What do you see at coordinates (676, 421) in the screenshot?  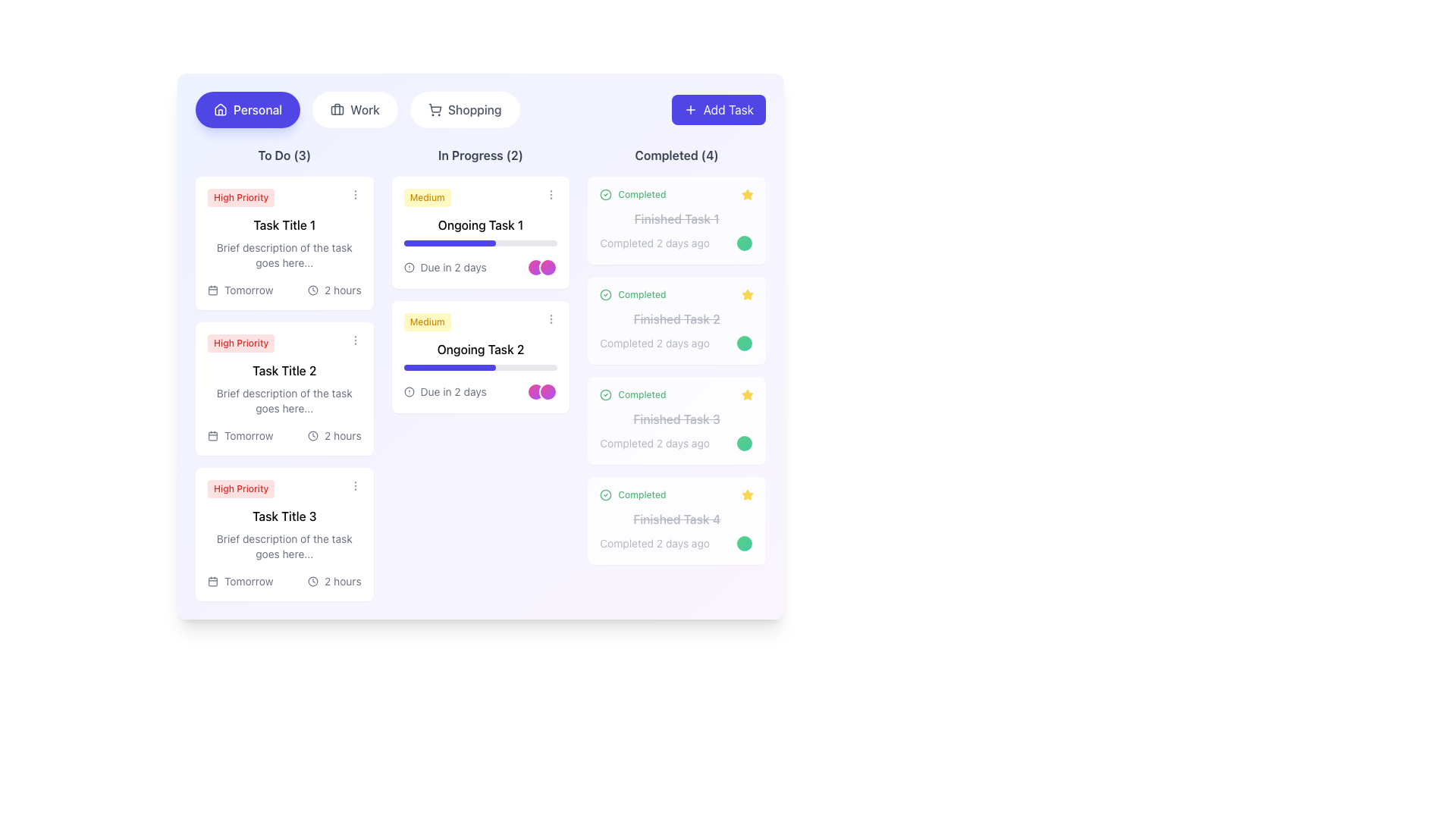 I see `the third completed task card located in the 'Completed' section of the dashboard interface, positioned between 'Finished Task 2' and 'Finished Task 4'` at bounding box center [676, 421].